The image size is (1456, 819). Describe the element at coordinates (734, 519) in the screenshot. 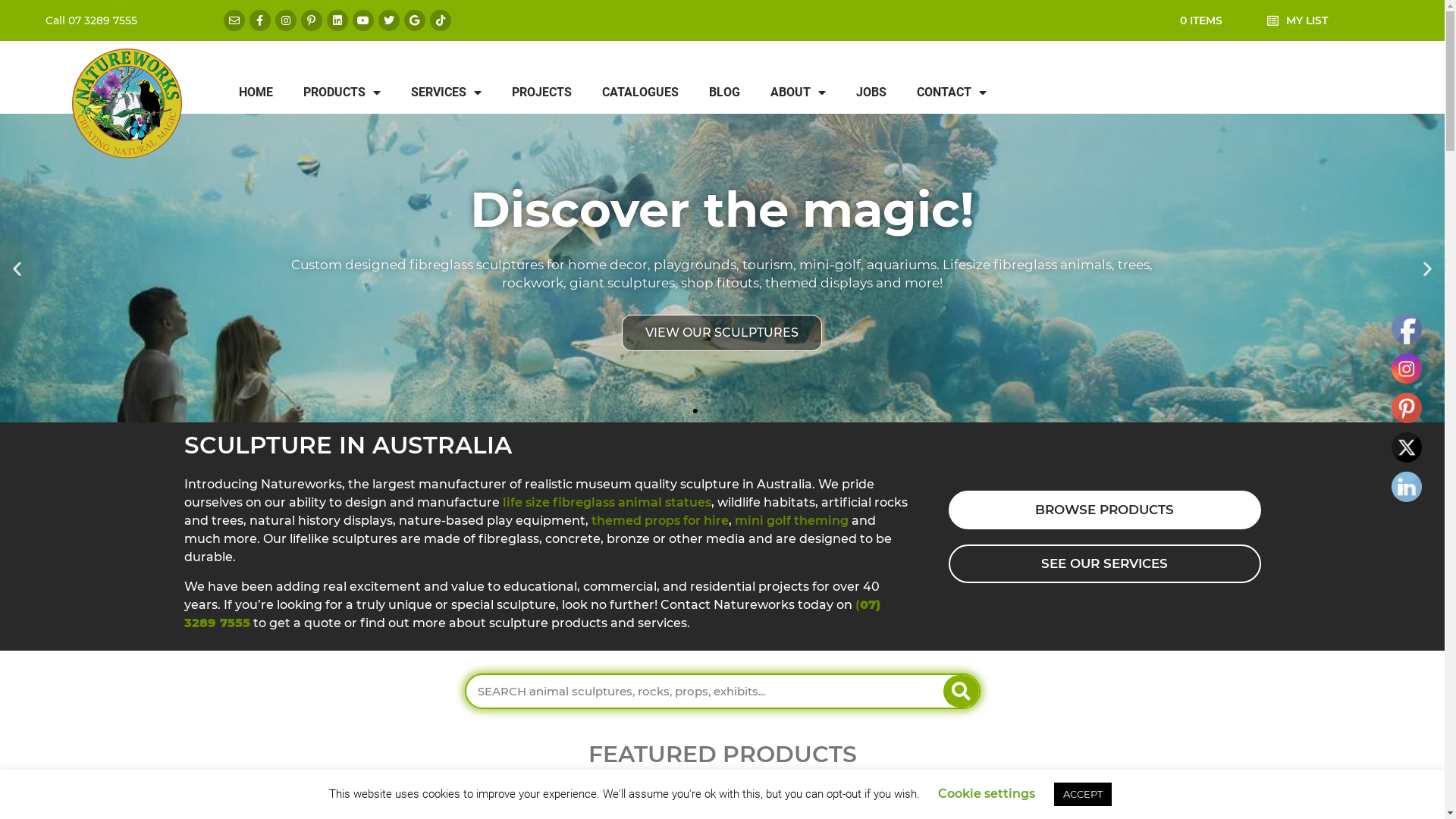

I see `'mini golf theming'` at that location.